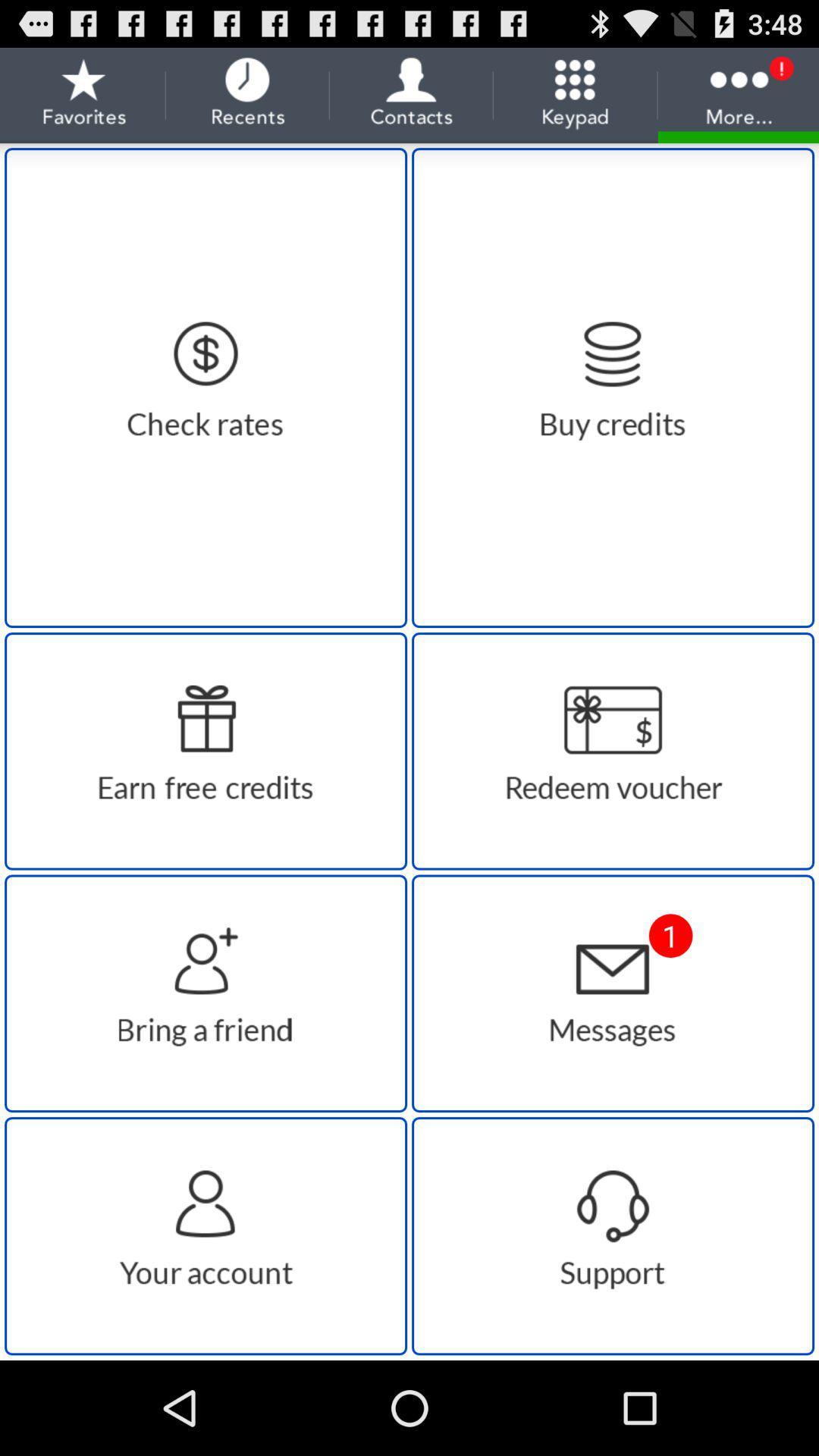 This screenshot has height=1456, width=819. I want to click on messages, so click(612, 993).